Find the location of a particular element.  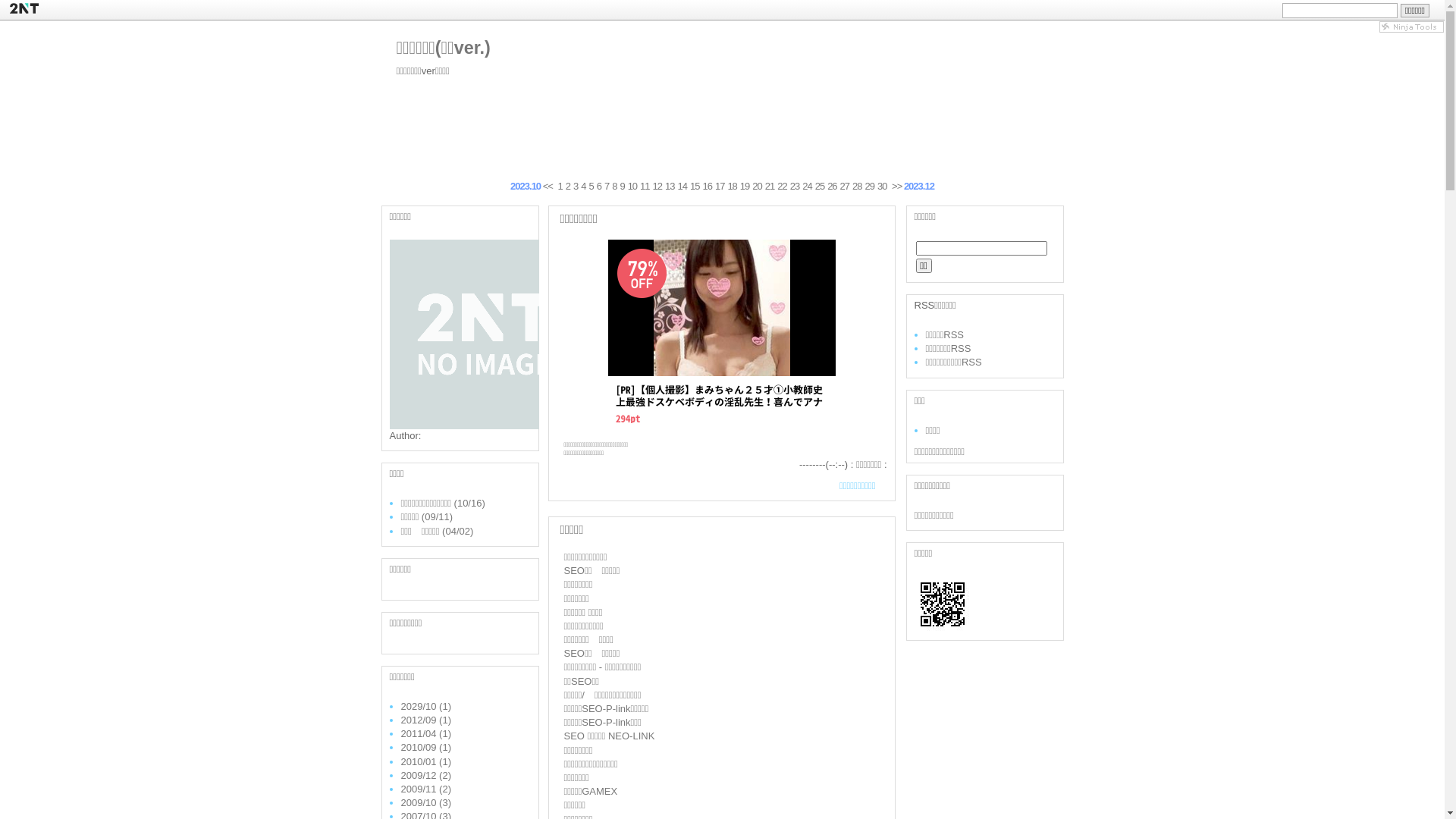

'2023.12' is located at coordinates (918, 185).